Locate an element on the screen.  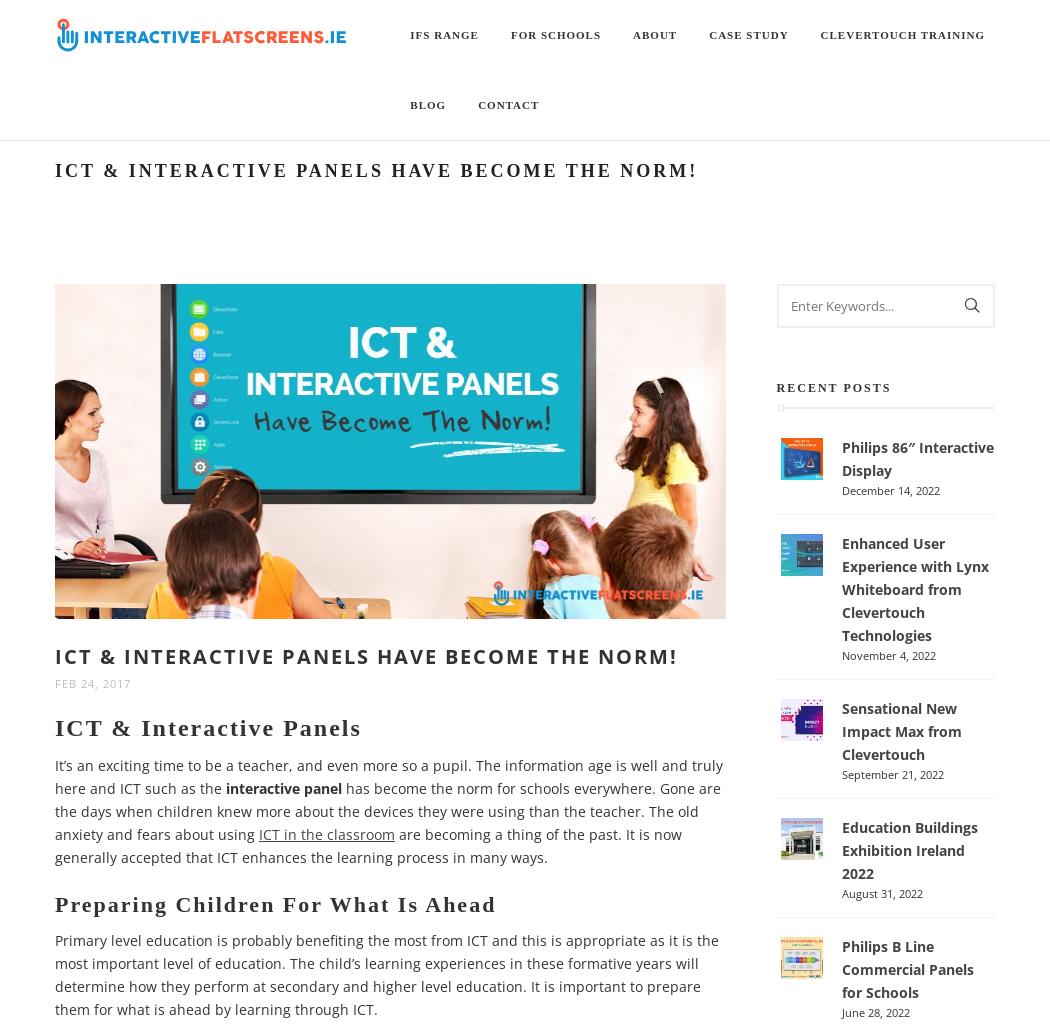
'Recent Posts' is located at coordinates (775, 387).